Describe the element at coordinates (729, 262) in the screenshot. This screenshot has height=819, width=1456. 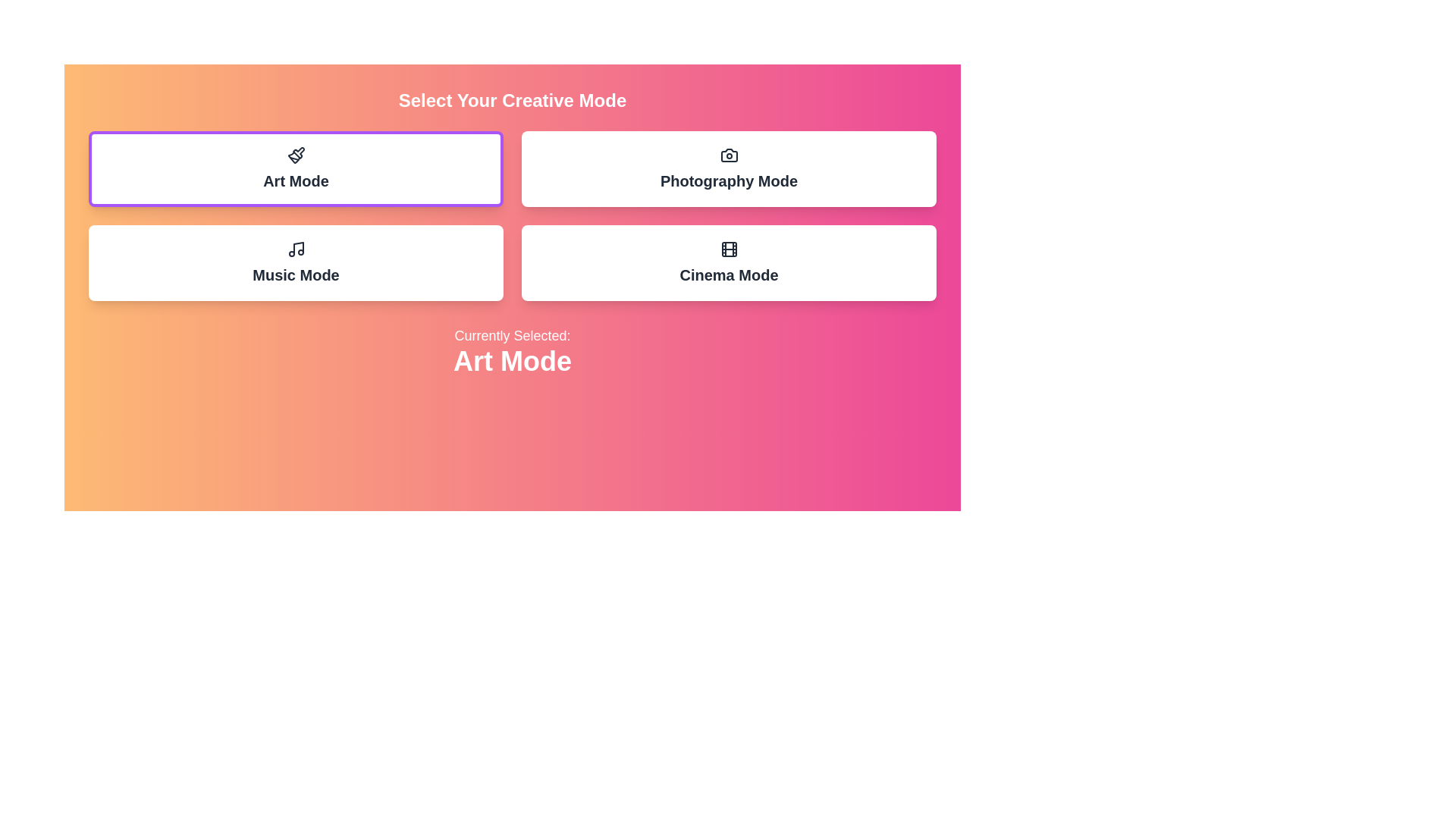
I see `the button corresponding to Cinema Mode to select it` at that location.